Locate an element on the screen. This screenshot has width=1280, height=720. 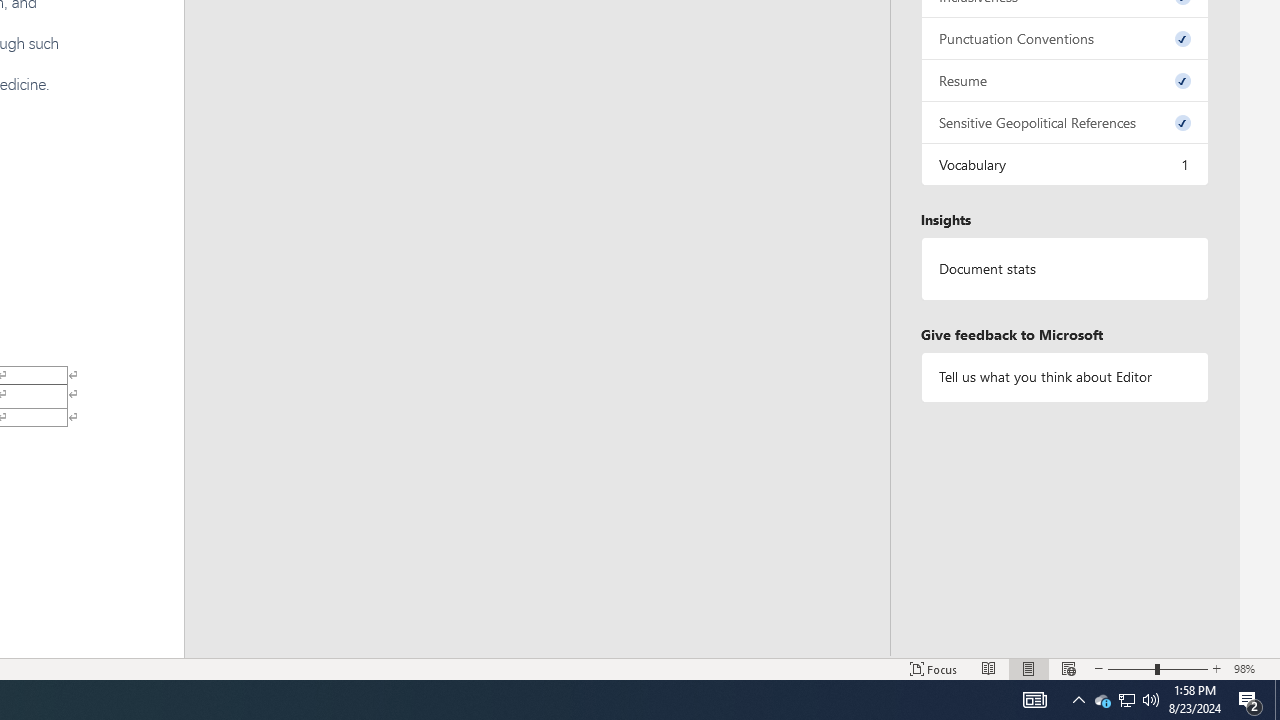
'Tell us what you think about Editor' is located at coordinates (1063, 377).